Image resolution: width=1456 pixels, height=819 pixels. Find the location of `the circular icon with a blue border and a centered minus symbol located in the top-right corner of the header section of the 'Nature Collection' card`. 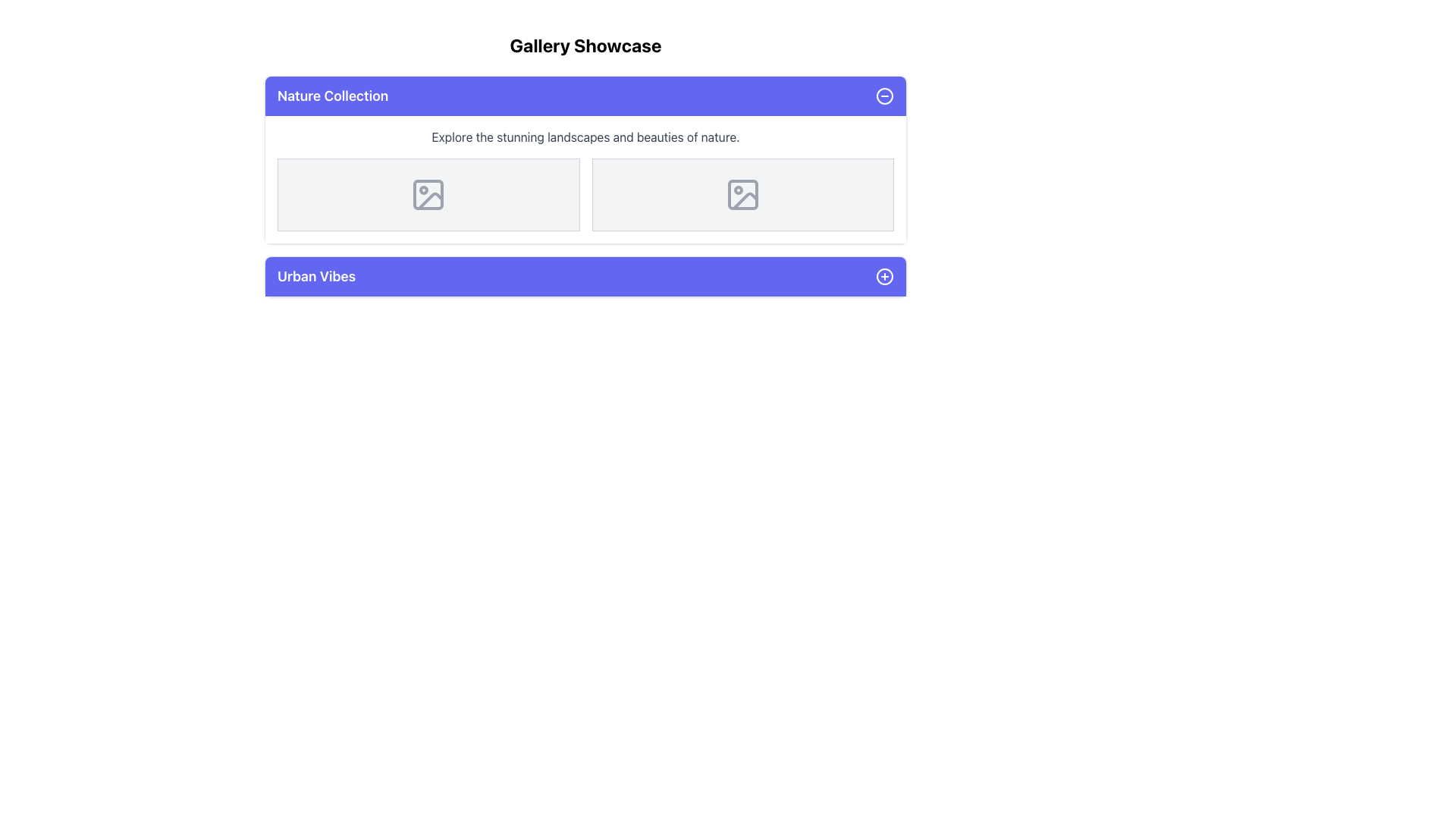

the circular icon with a blue border and a centered minus symbol located in the top-right corner of the header section of the 'Nature Collection' card is located at coordinates (884, 96).